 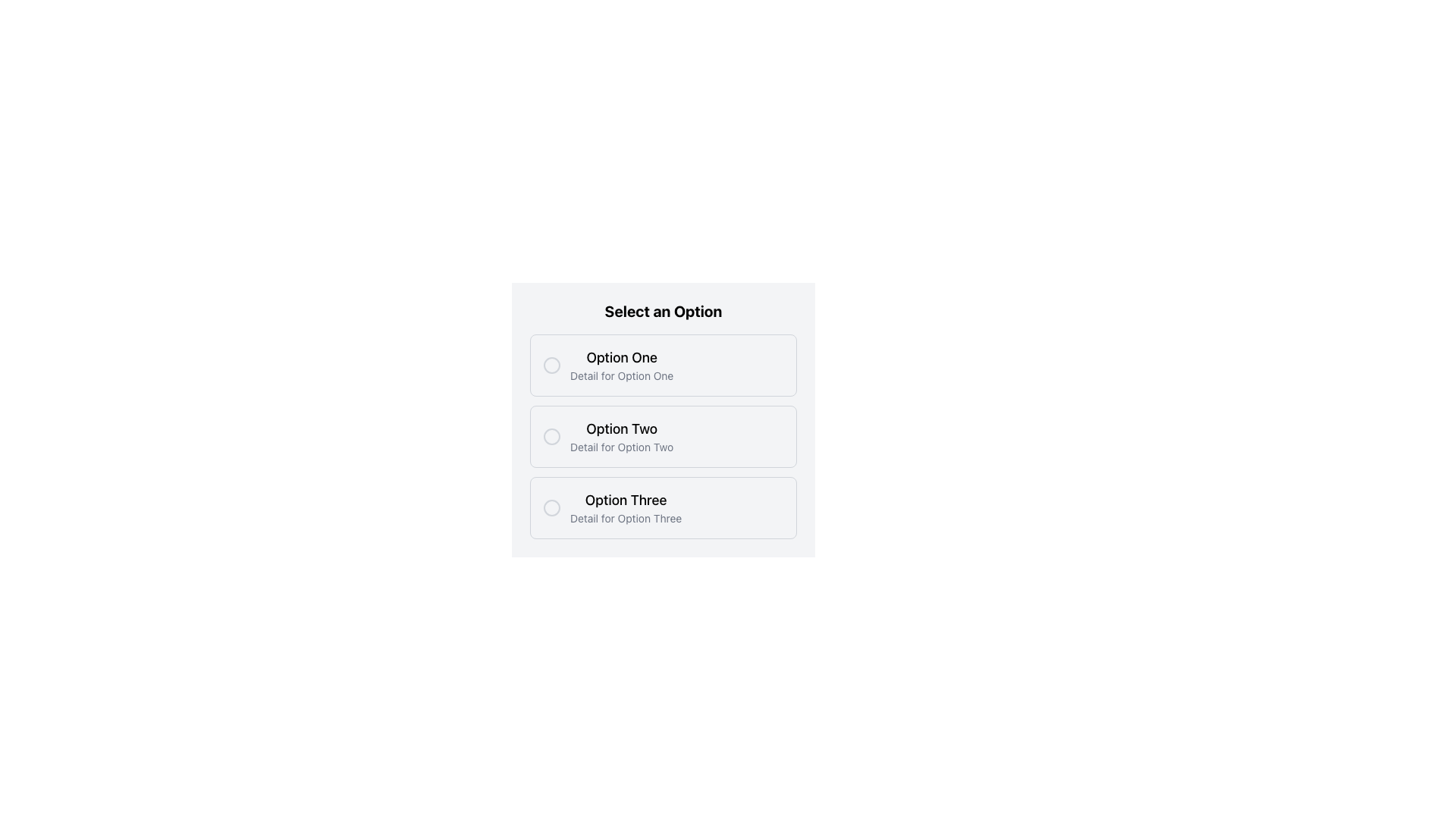 What do you see at coordinates (551, 436) in the screenshot?
I see `the circular part of the radio button associated with 'Option Two'` at bounding box center [551, 436].